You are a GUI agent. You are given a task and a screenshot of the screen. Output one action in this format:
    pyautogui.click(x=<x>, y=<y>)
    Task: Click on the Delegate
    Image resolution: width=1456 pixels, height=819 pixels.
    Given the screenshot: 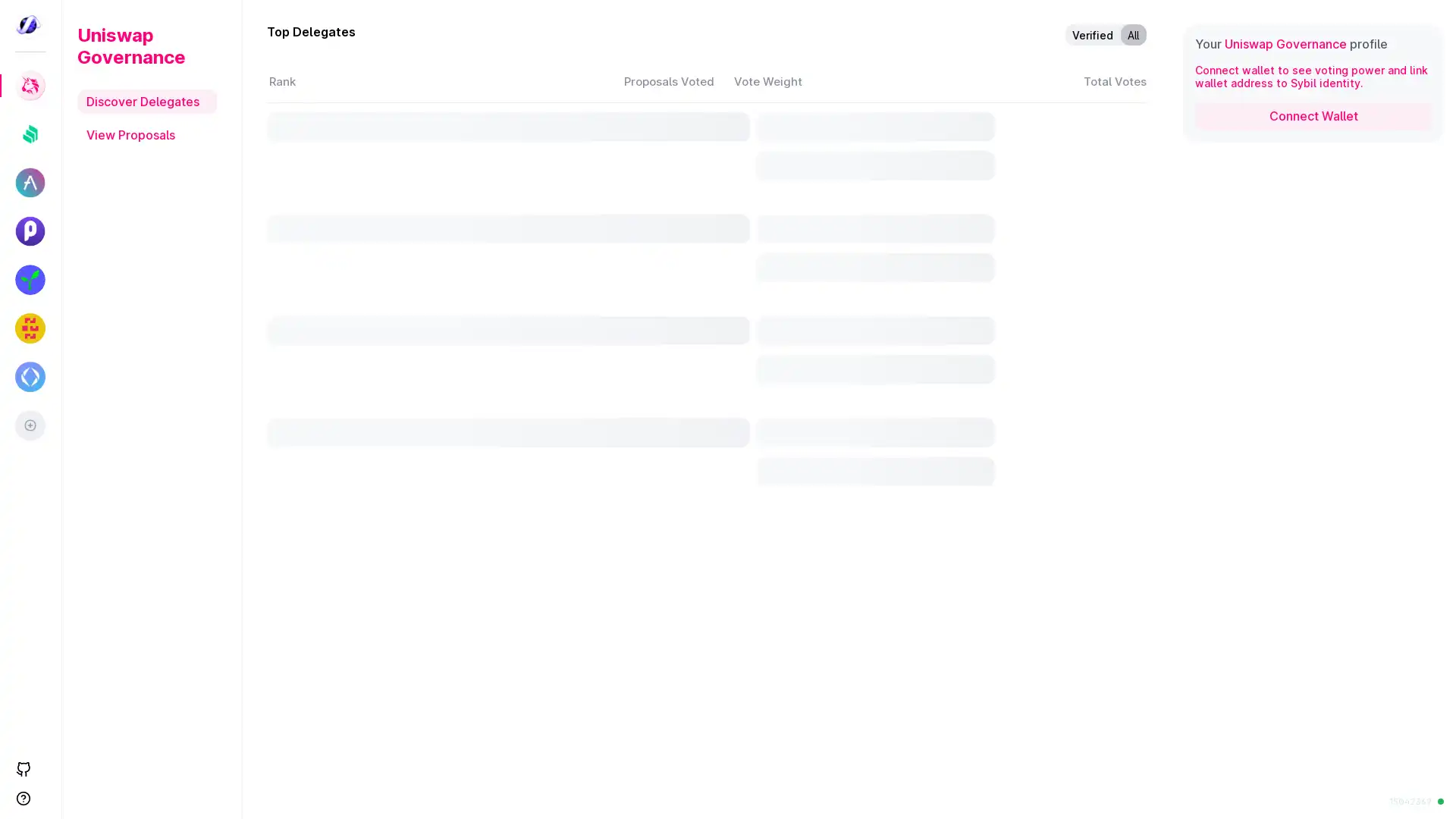 What is the action you would take?
    pyautogui.click(x=1006, y=193)
    